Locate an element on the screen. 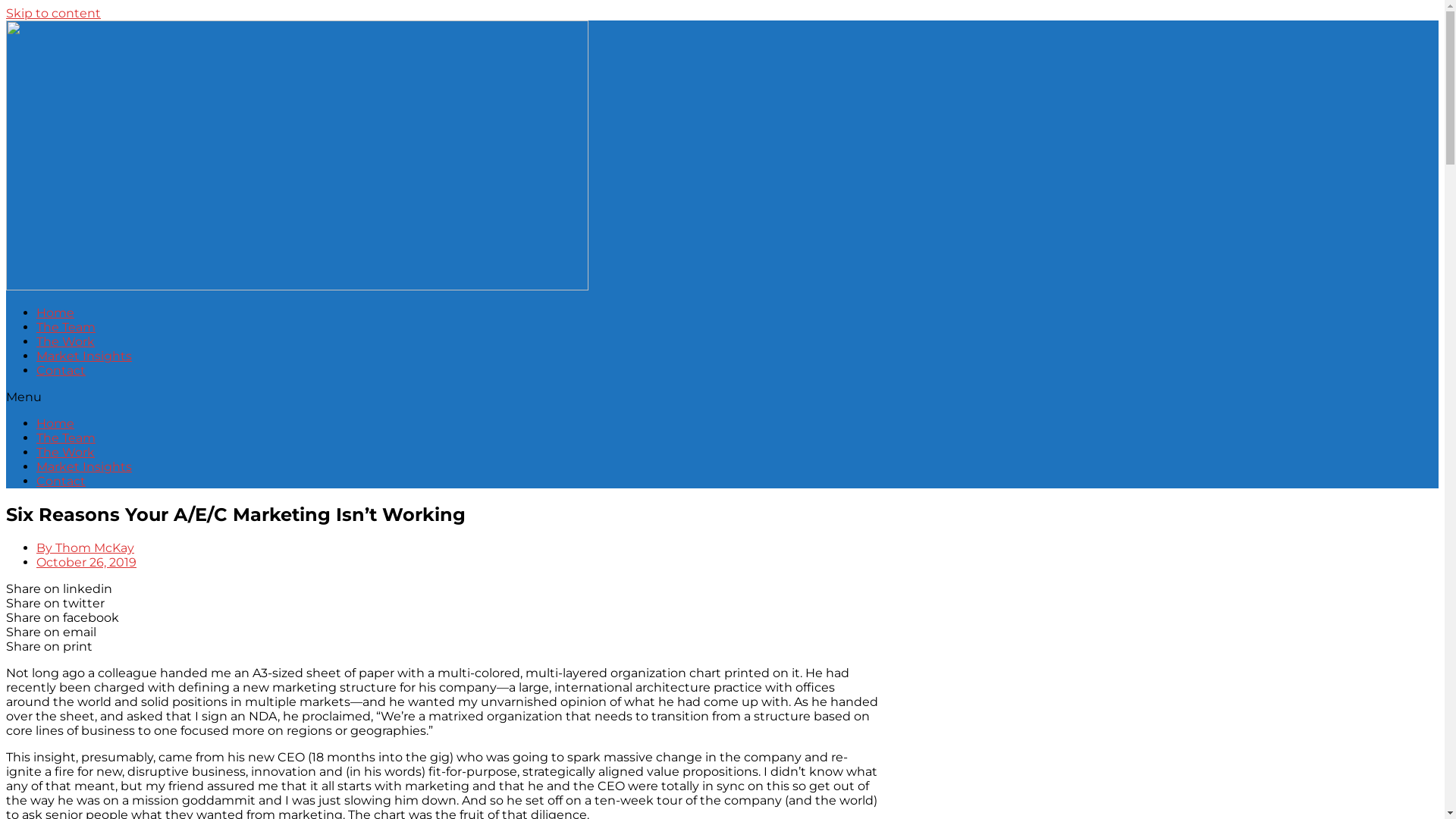 This screenshot has width=1456, height=819. 'Market Insights' is located at coordinates (83, 466).